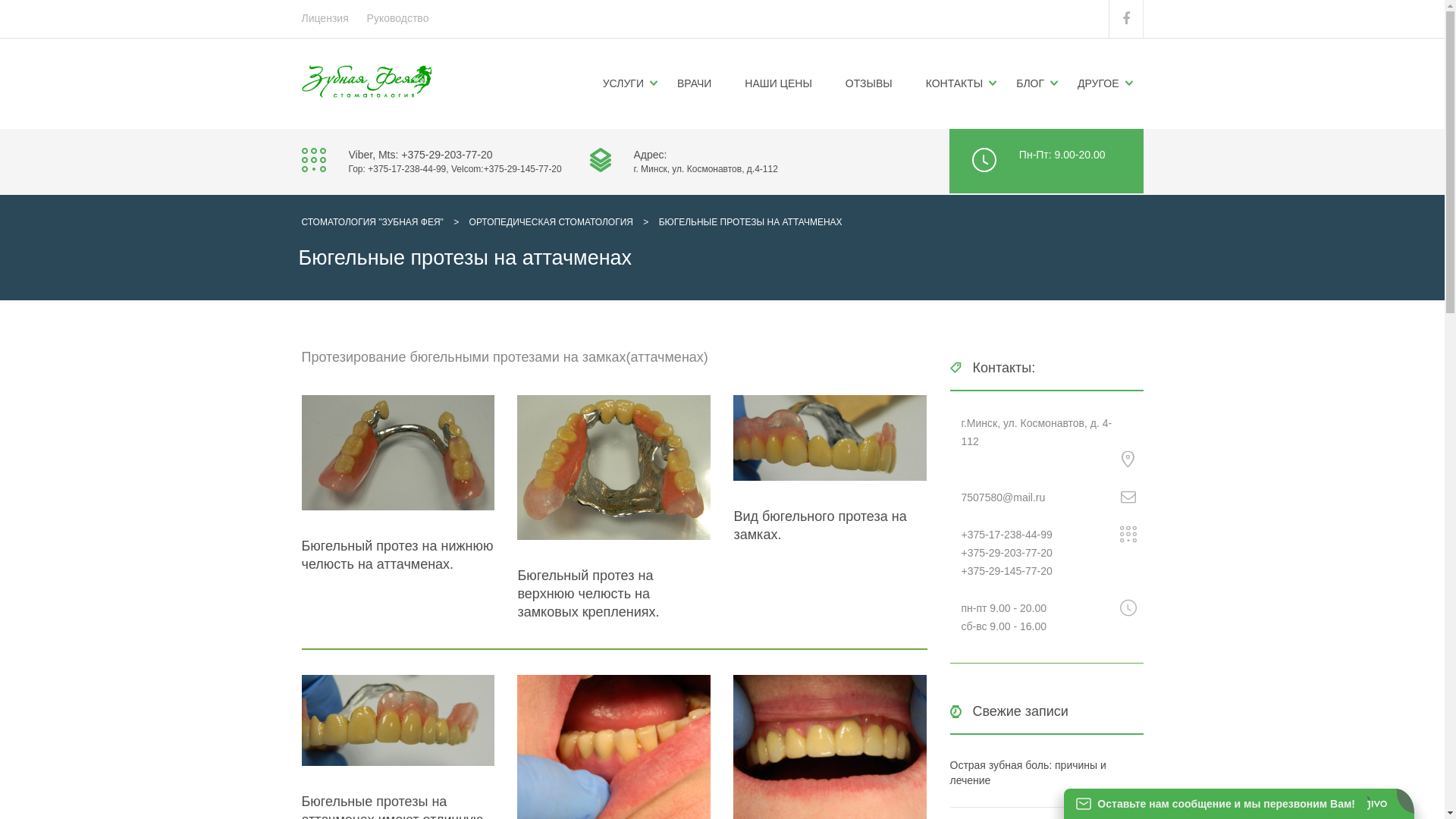  What do you see at coordinates (1003, 497) in the screenshot?
I see `'7507580@mail.ru'` at bounding box center [1003, 497].